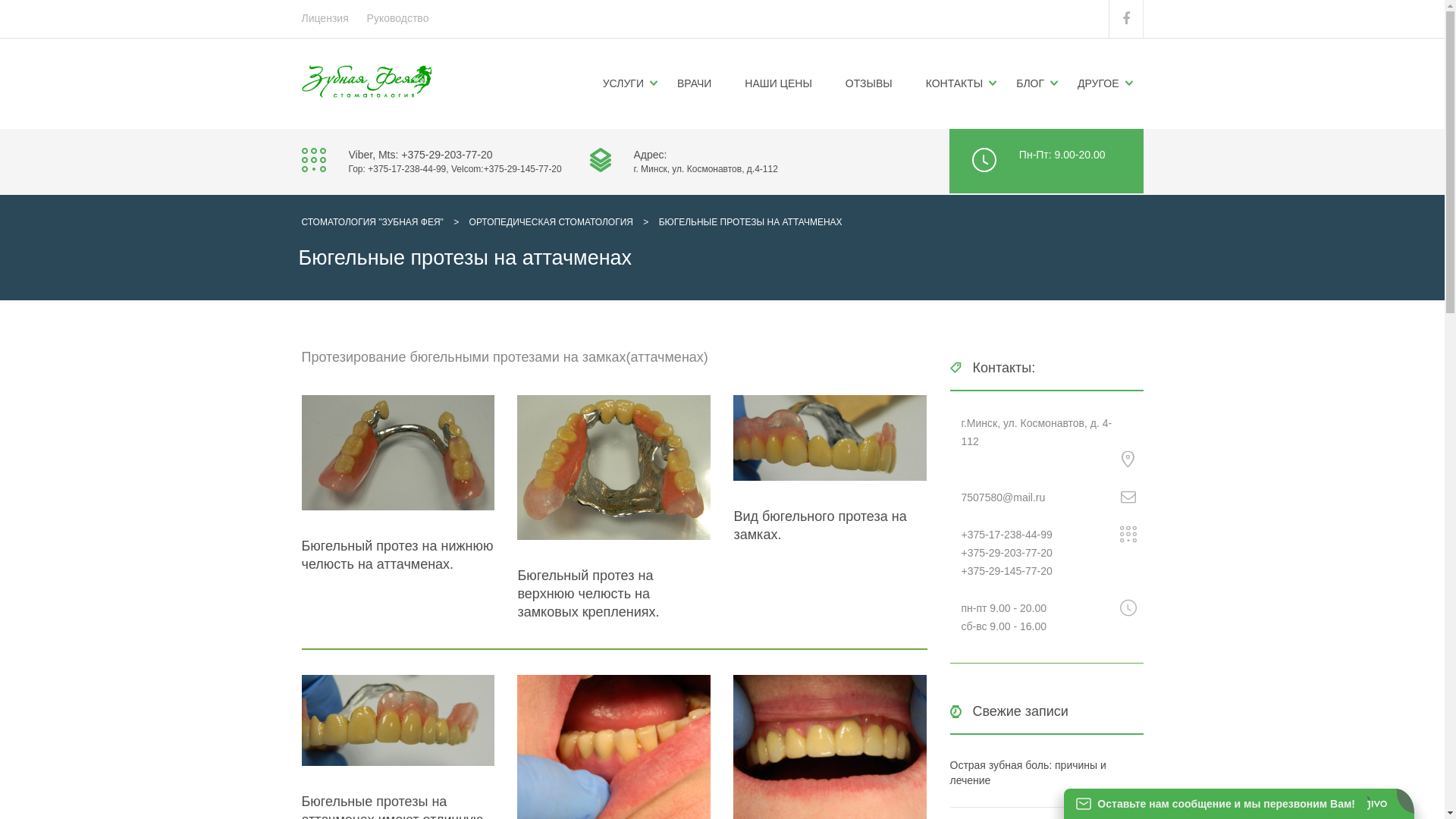  What do you see at coordinates (1003, 497) in the screenshot?
I see `'7507580@mail.ru'` at bounding box center [1003, 497].